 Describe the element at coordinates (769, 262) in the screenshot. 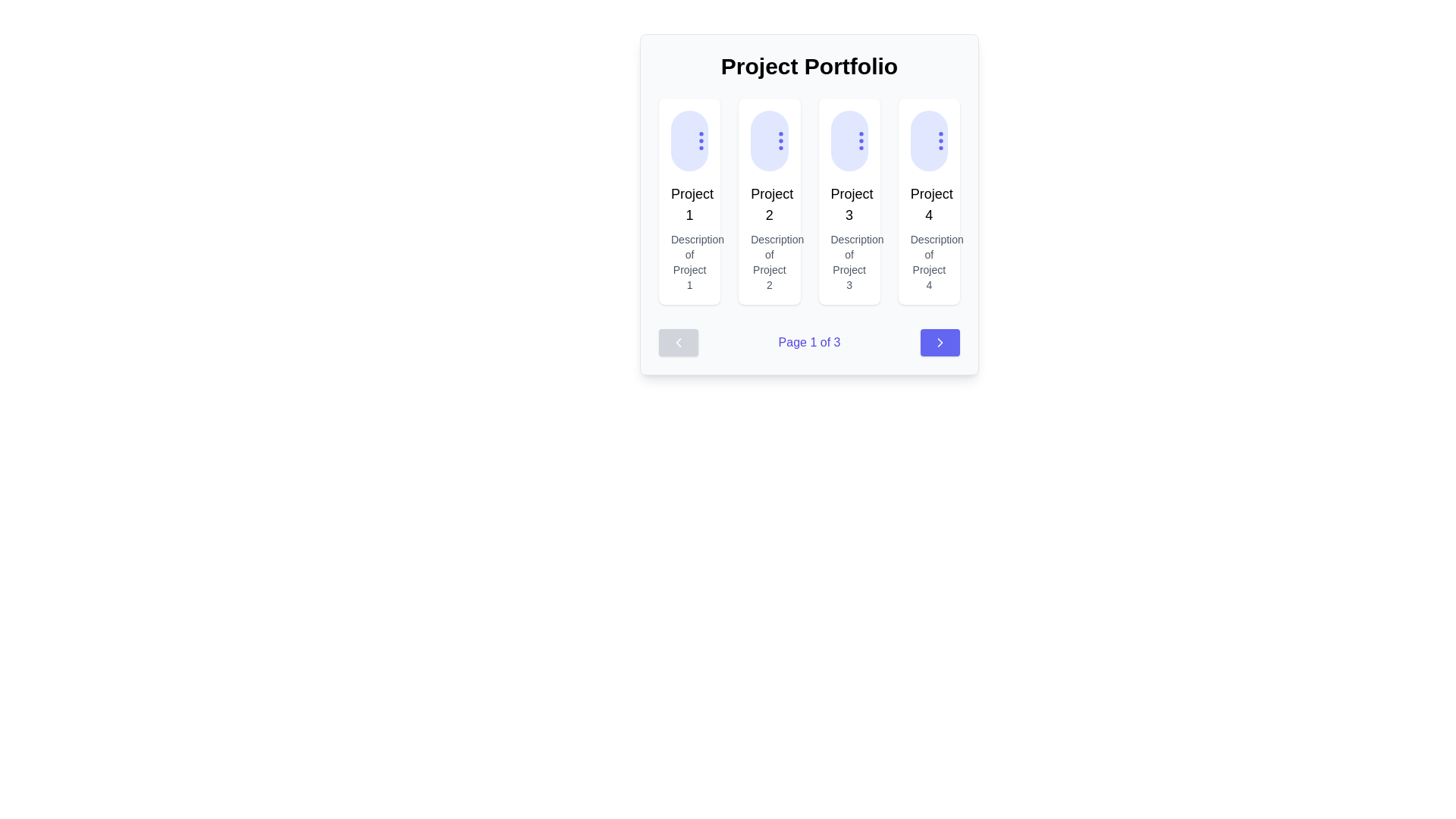

I see `information provided by the text label located below 'Project 2' in the second project card` at that location.